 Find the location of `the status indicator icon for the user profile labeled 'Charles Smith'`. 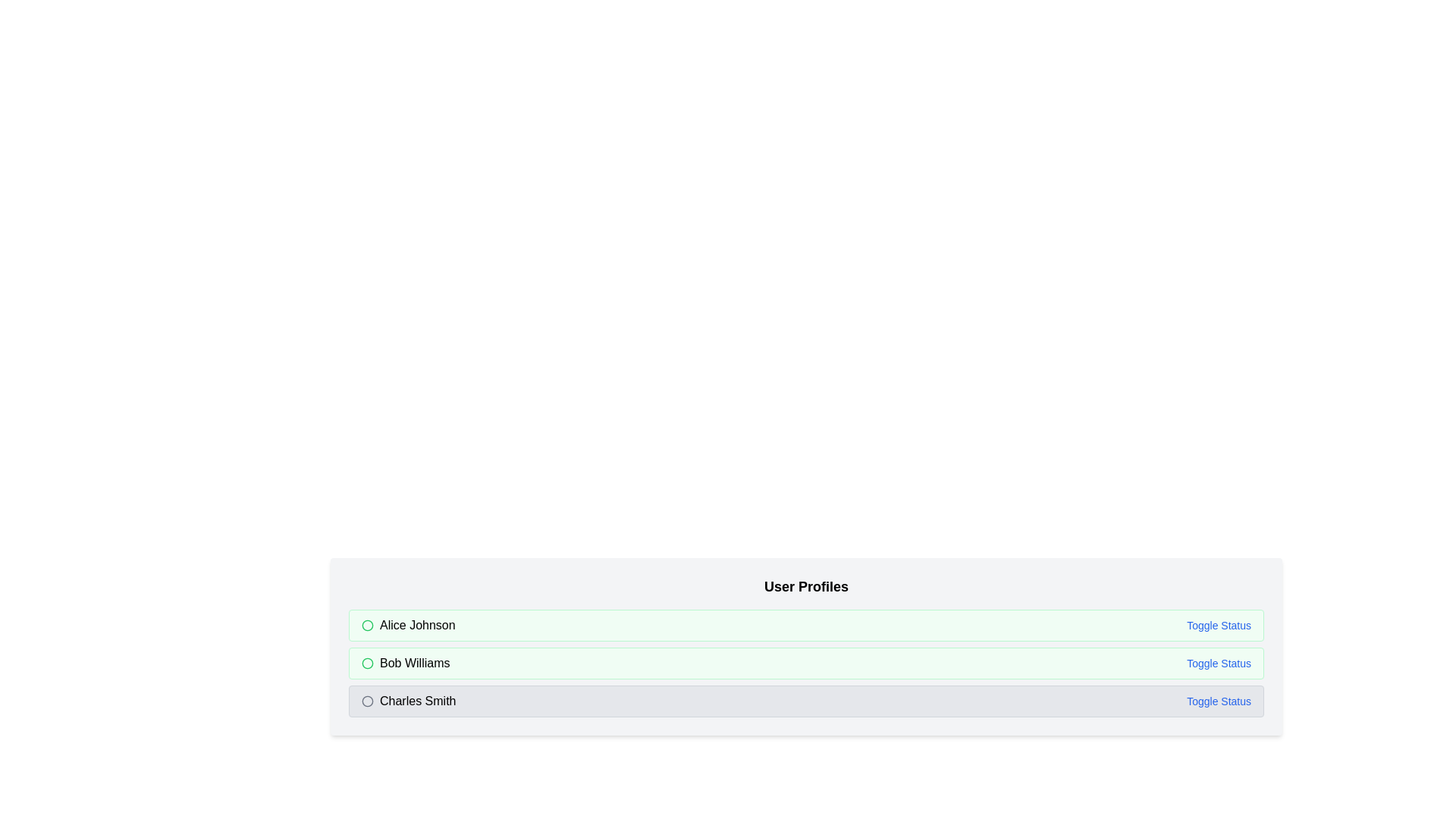

the status indicator icon for the user profile labeled 'Charles Smith' is located at coordinates (367, 701).